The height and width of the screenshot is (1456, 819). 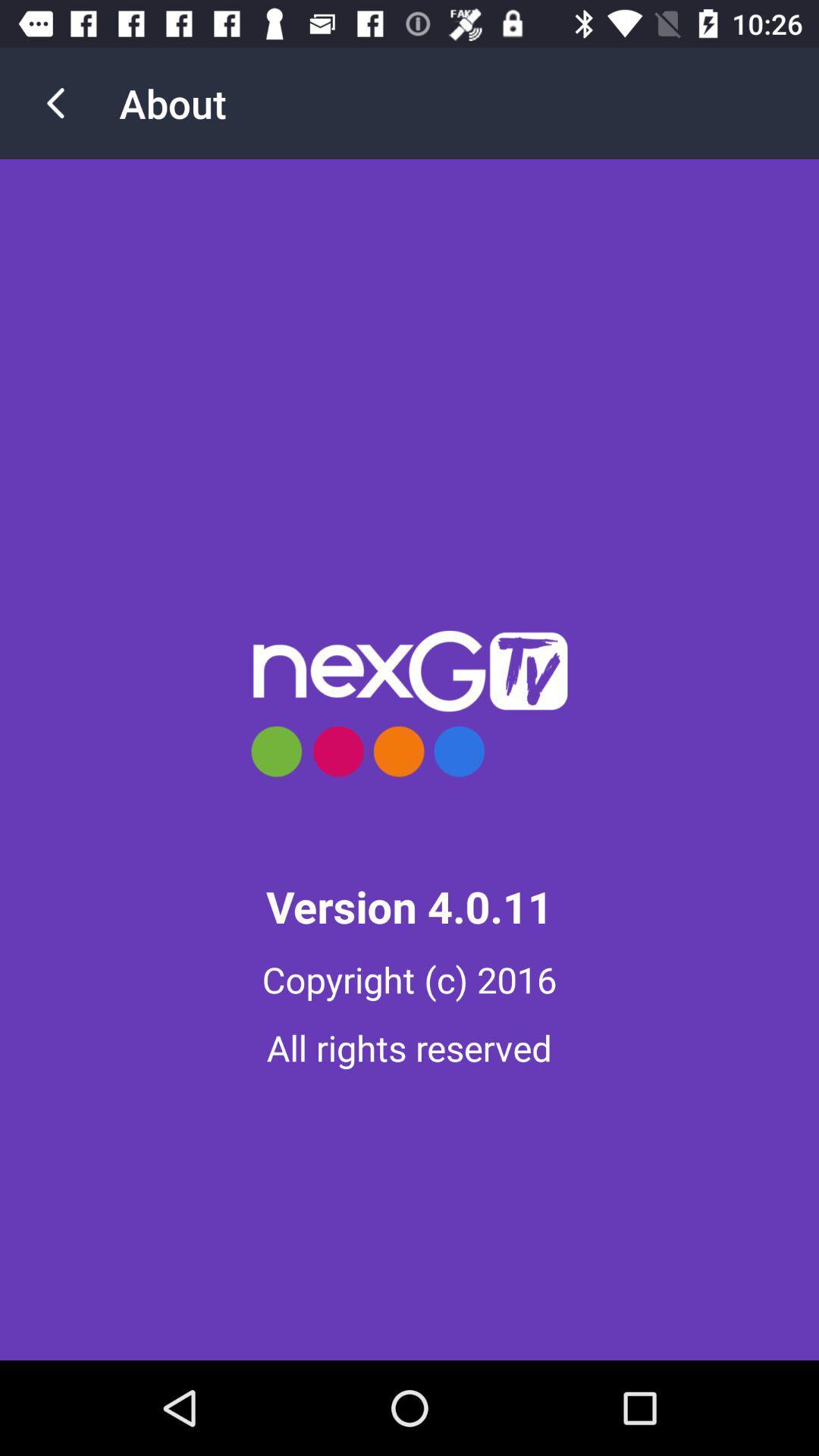 I want to click on app to the left of the about app, so click(x=55, y=102).